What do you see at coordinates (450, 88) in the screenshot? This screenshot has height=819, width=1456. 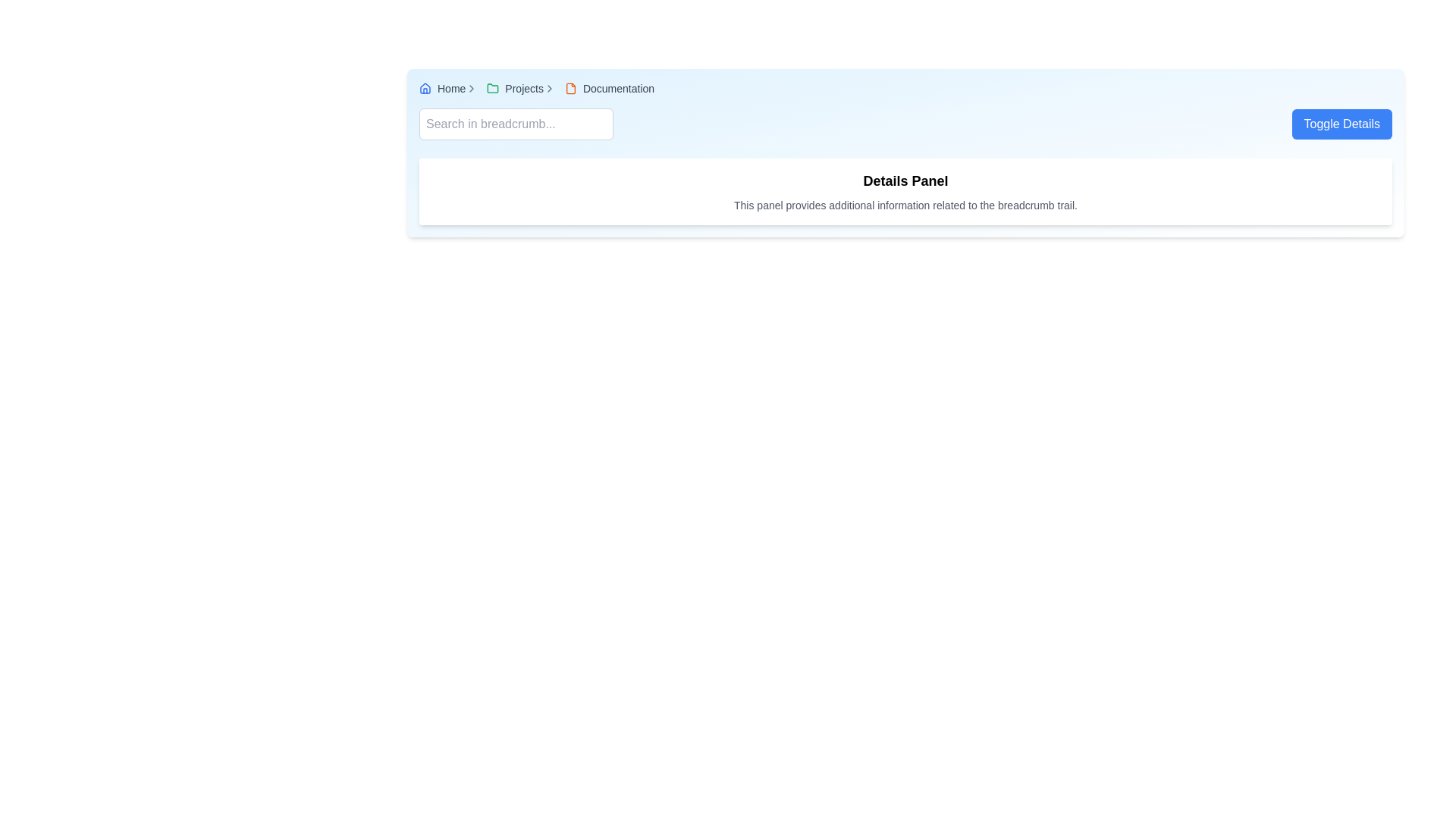 I see `the text label within the breadcrumb navigation bar that serves as a hyperlink` at bounding box center [450, 88].